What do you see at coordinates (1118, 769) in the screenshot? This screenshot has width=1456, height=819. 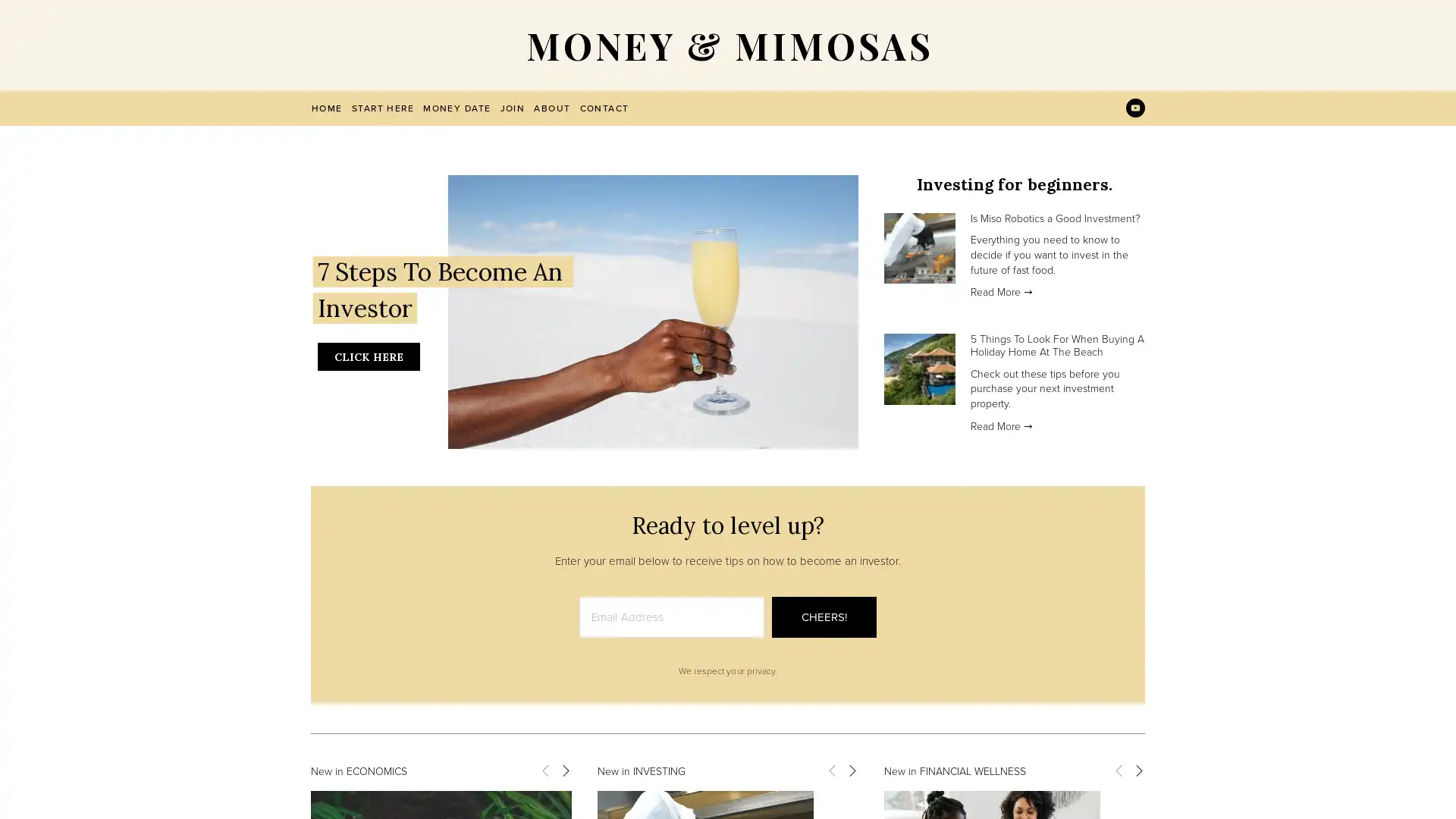 I see `Previous` at bounding box center [1118, 769].